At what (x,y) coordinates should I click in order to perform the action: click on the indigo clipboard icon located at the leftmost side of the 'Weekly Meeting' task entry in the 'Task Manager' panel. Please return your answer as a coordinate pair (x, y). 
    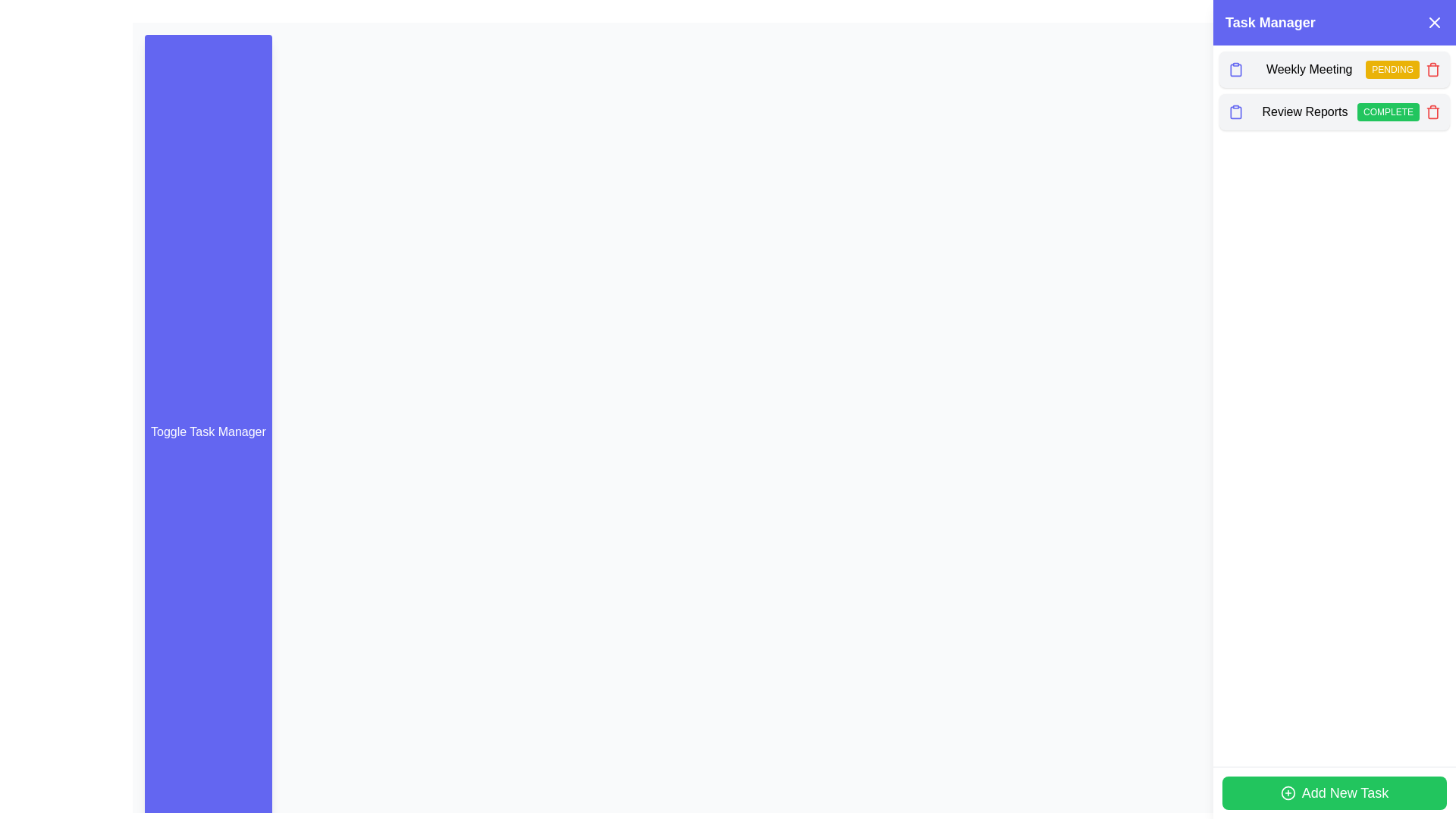
    Looking at the image, I should click on (1236, 70).